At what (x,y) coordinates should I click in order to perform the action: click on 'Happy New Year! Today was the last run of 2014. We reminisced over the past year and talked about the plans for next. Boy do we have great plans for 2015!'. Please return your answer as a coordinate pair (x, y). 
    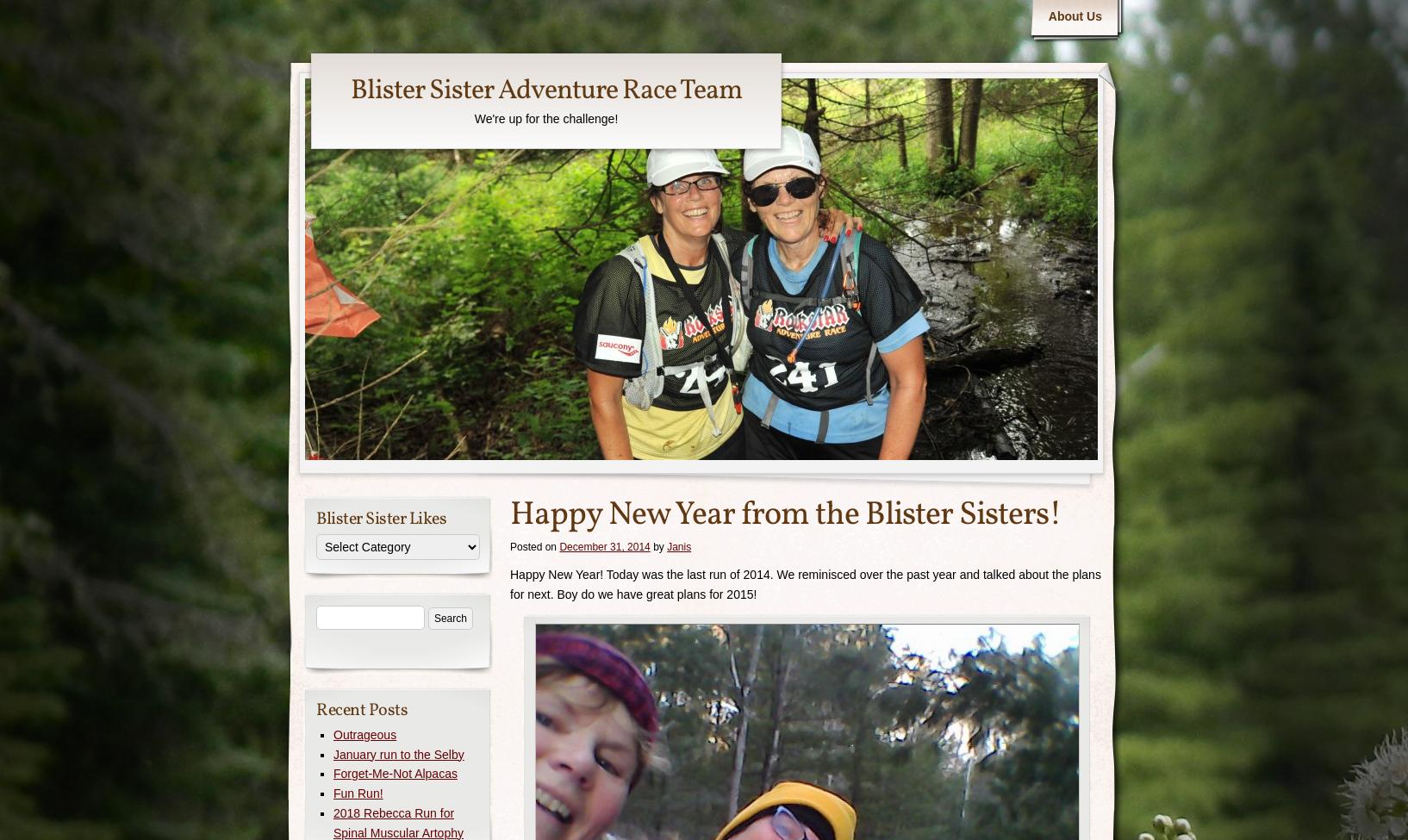
    Looking at the image, I should click on (805, 583).